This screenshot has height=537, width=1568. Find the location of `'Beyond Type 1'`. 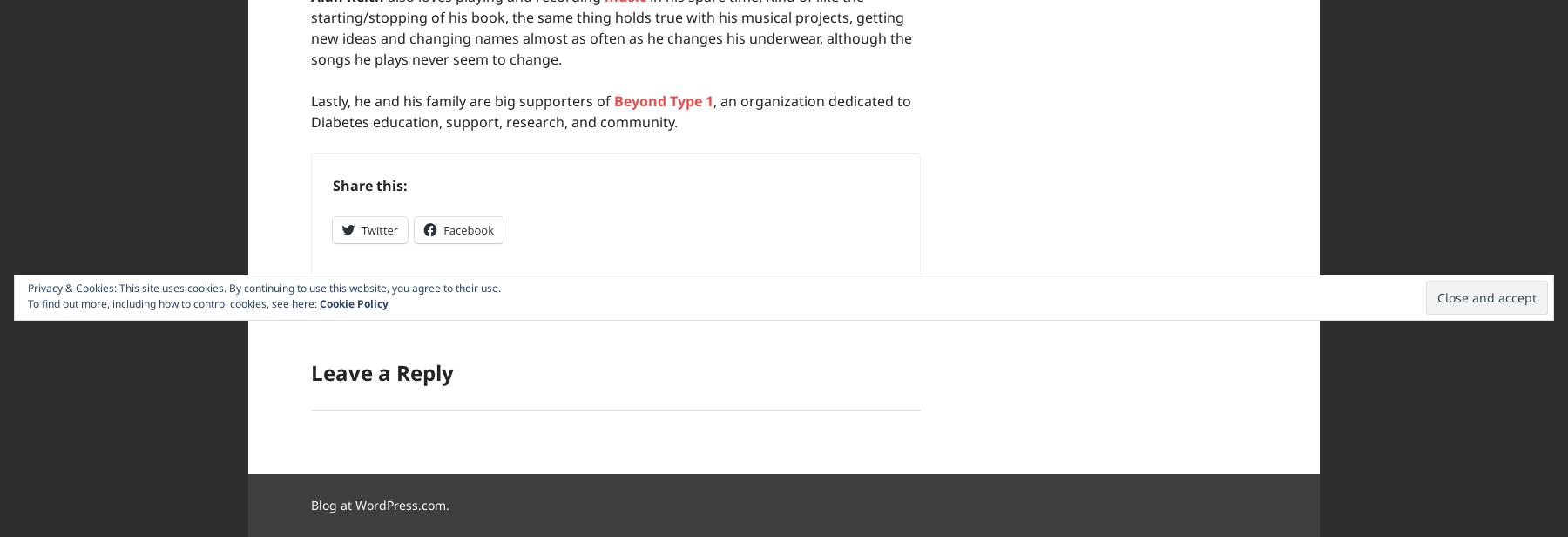

'Beyond Type 1' is located at coordinates (662, 100).